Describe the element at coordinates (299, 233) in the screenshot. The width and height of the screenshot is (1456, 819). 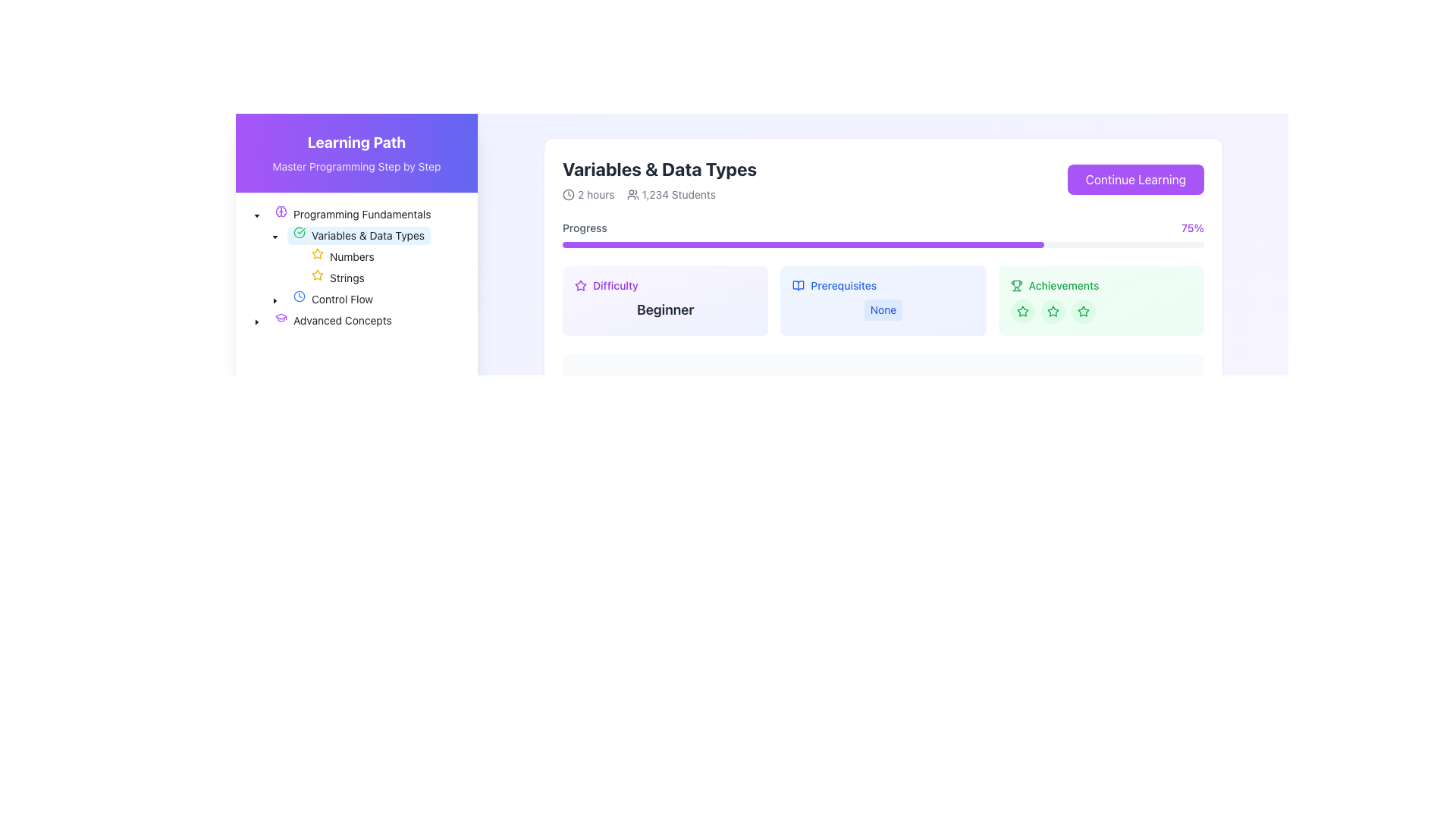
I see `the completion status icon located in the sidebar under the 'Programming Fundamentals' section next to the 'Variables & Data Types' label` at that location.